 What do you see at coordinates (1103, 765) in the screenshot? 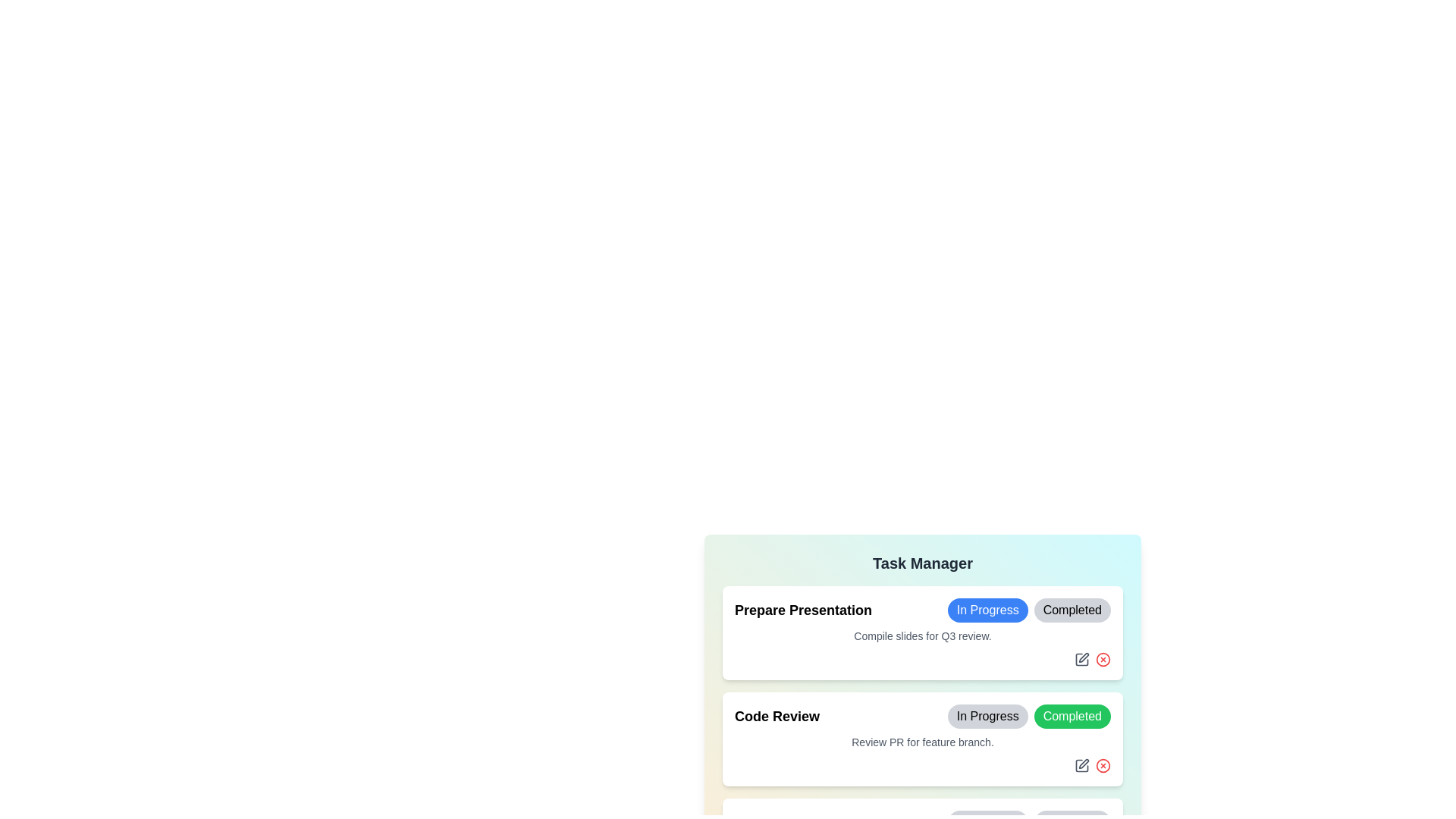
I see `the delete icon for the task titled 'Code Review'` at bounding box center [1103, 765].